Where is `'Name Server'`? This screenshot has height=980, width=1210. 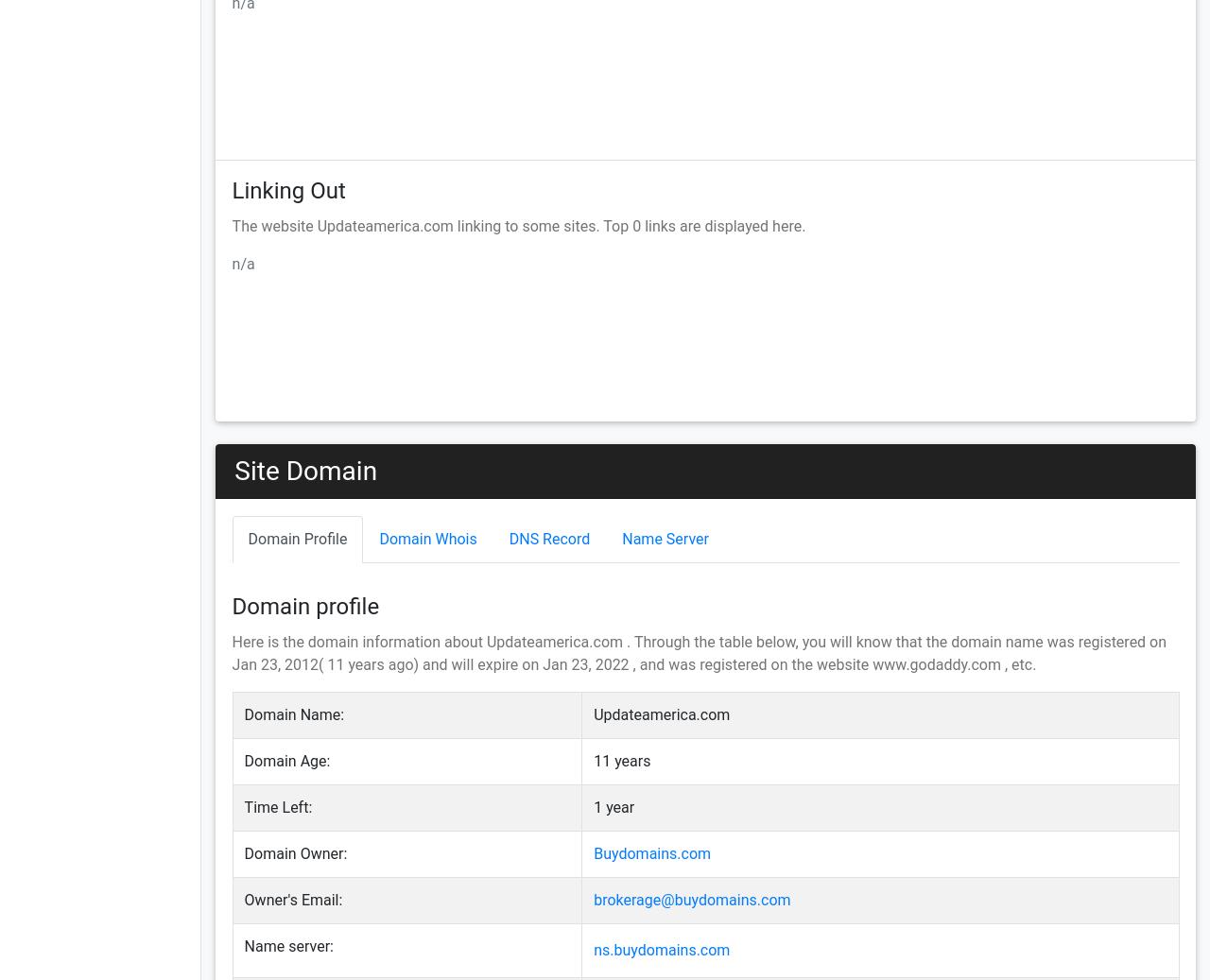 'Name Server' is located at coordinates (665, 538).